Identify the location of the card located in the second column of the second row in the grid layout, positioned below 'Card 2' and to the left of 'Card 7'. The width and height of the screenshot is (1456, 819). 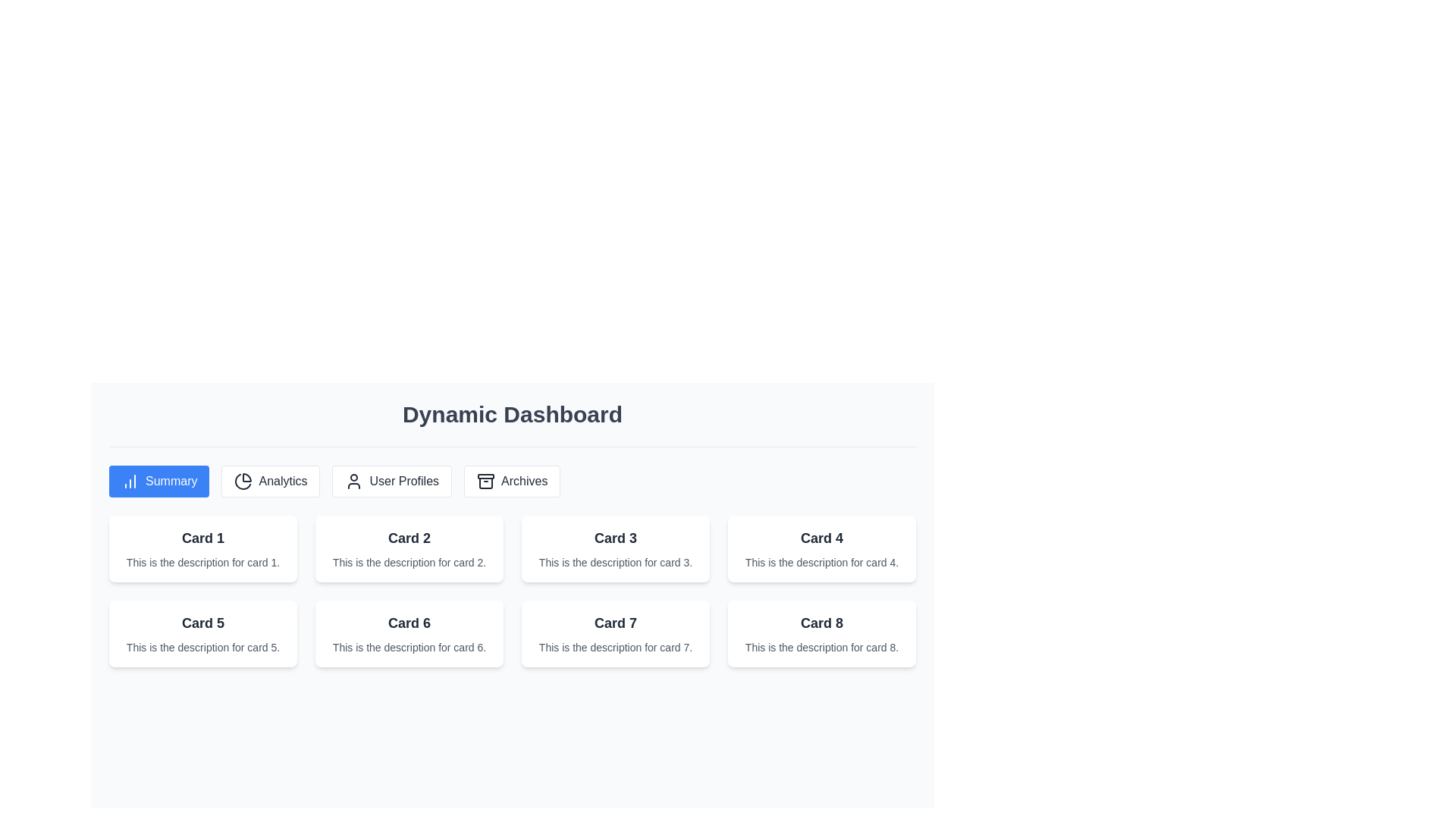
(409, 634).